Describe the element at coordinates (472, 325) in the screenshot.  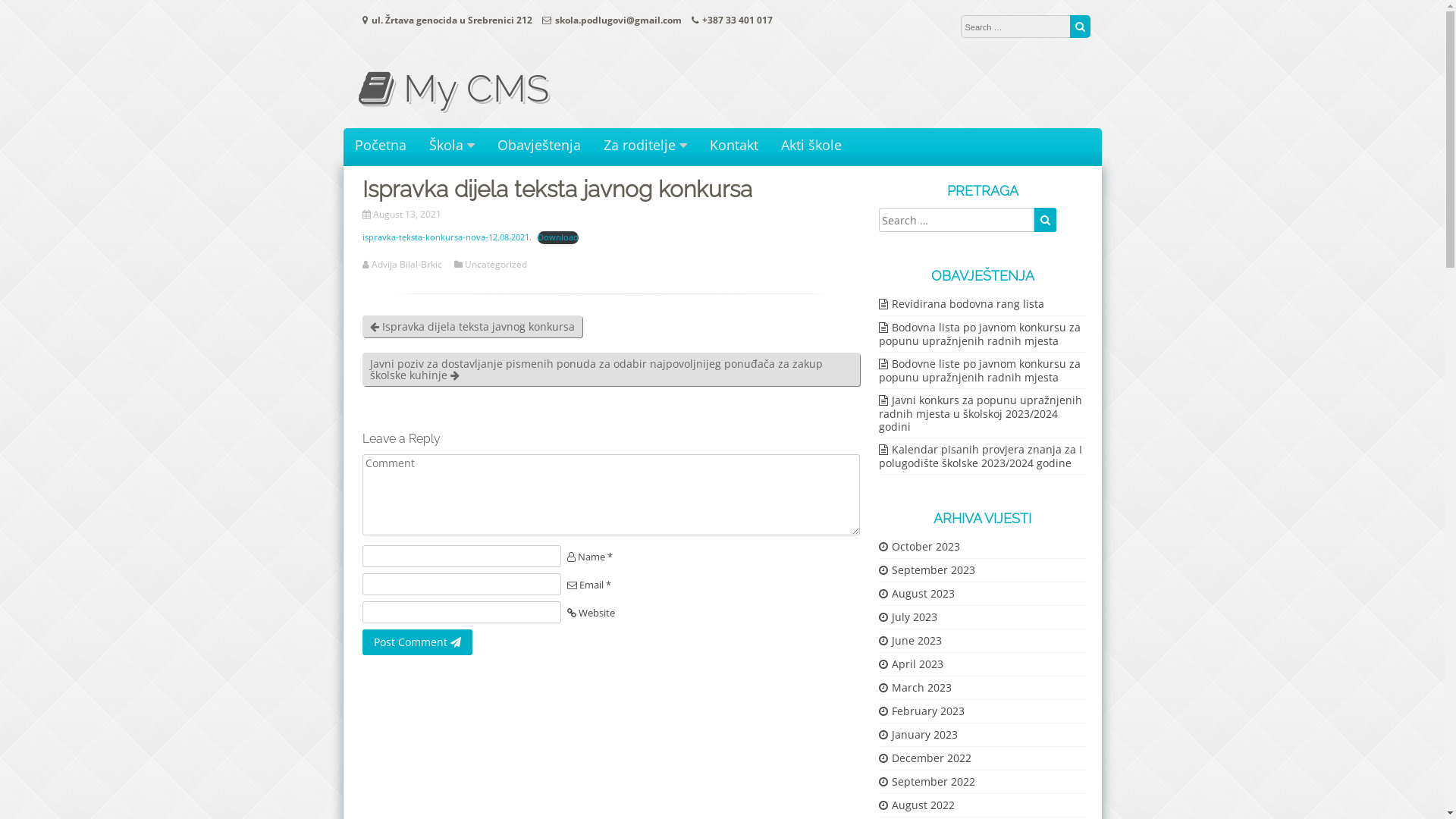
I see `'Ispravka dijela teksta javnog konkursa'` at that location.